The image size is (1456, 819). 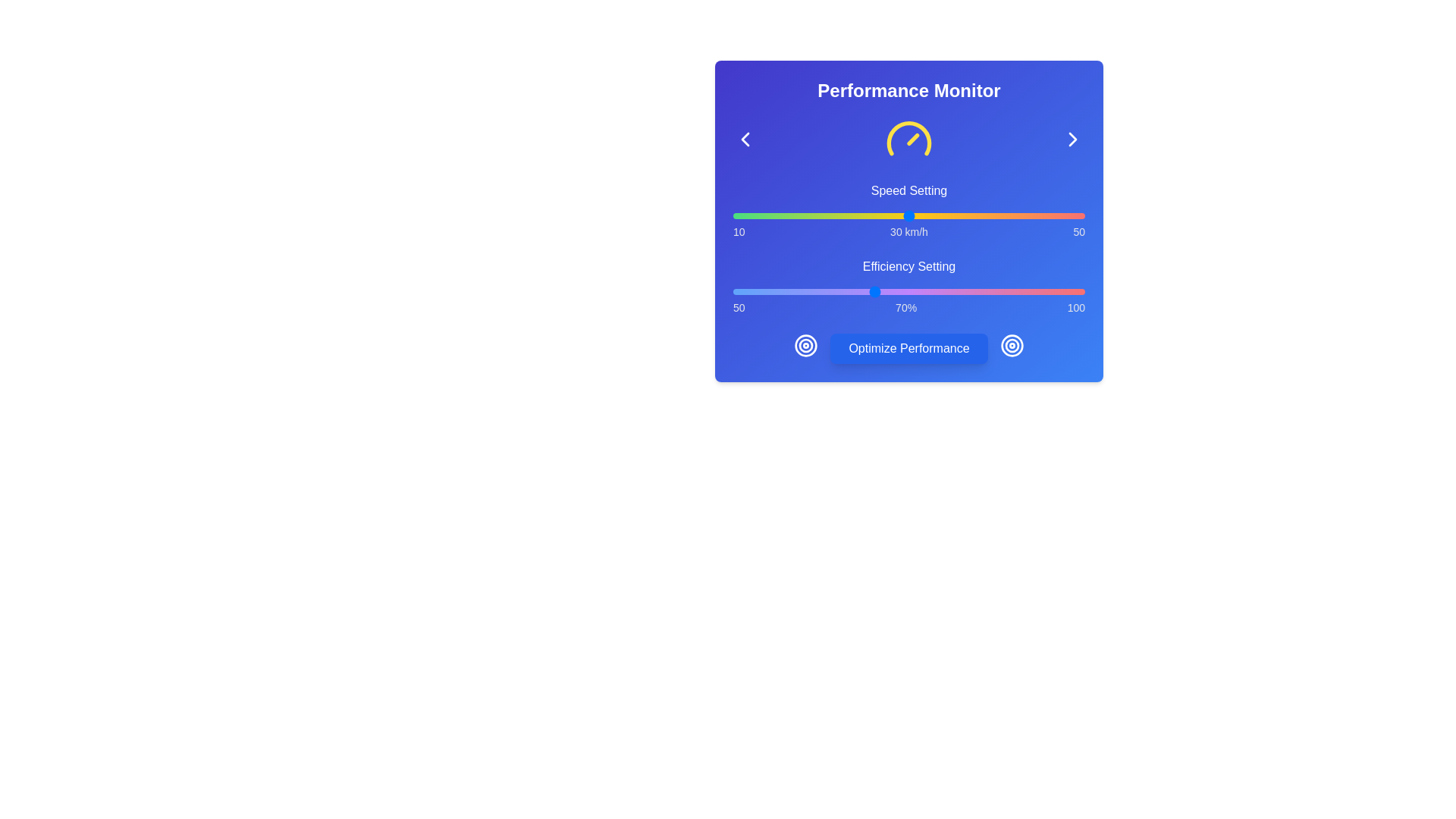 What do you see at coordinates (1000, 292) in the screenshot?
I see `the Efficiency slider to set the efficiency to 88%` at bounding box center [1000, 292].